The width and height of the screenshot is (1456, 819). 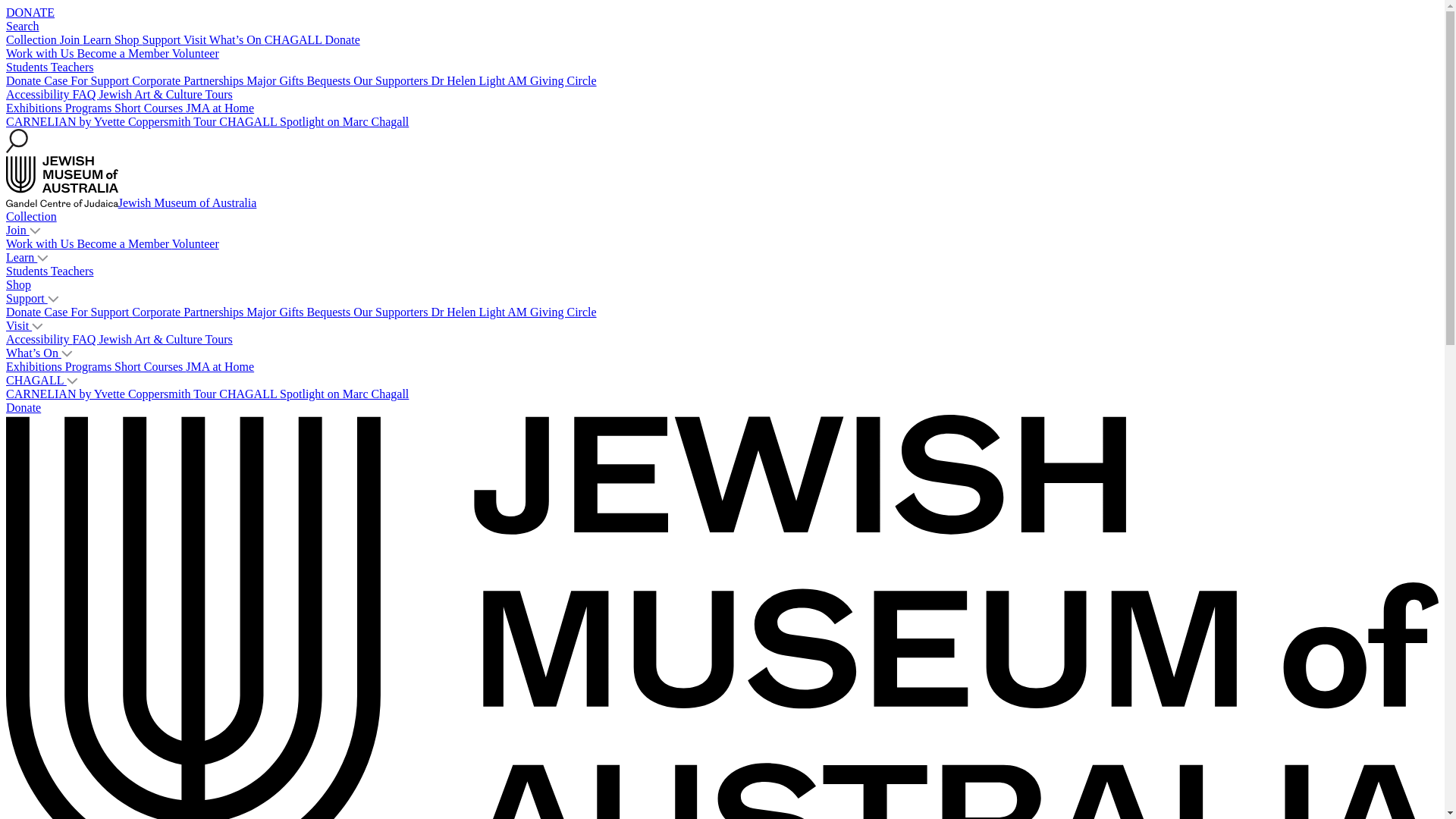 I want to click on 'Teachers', so click(x=71, y=270).